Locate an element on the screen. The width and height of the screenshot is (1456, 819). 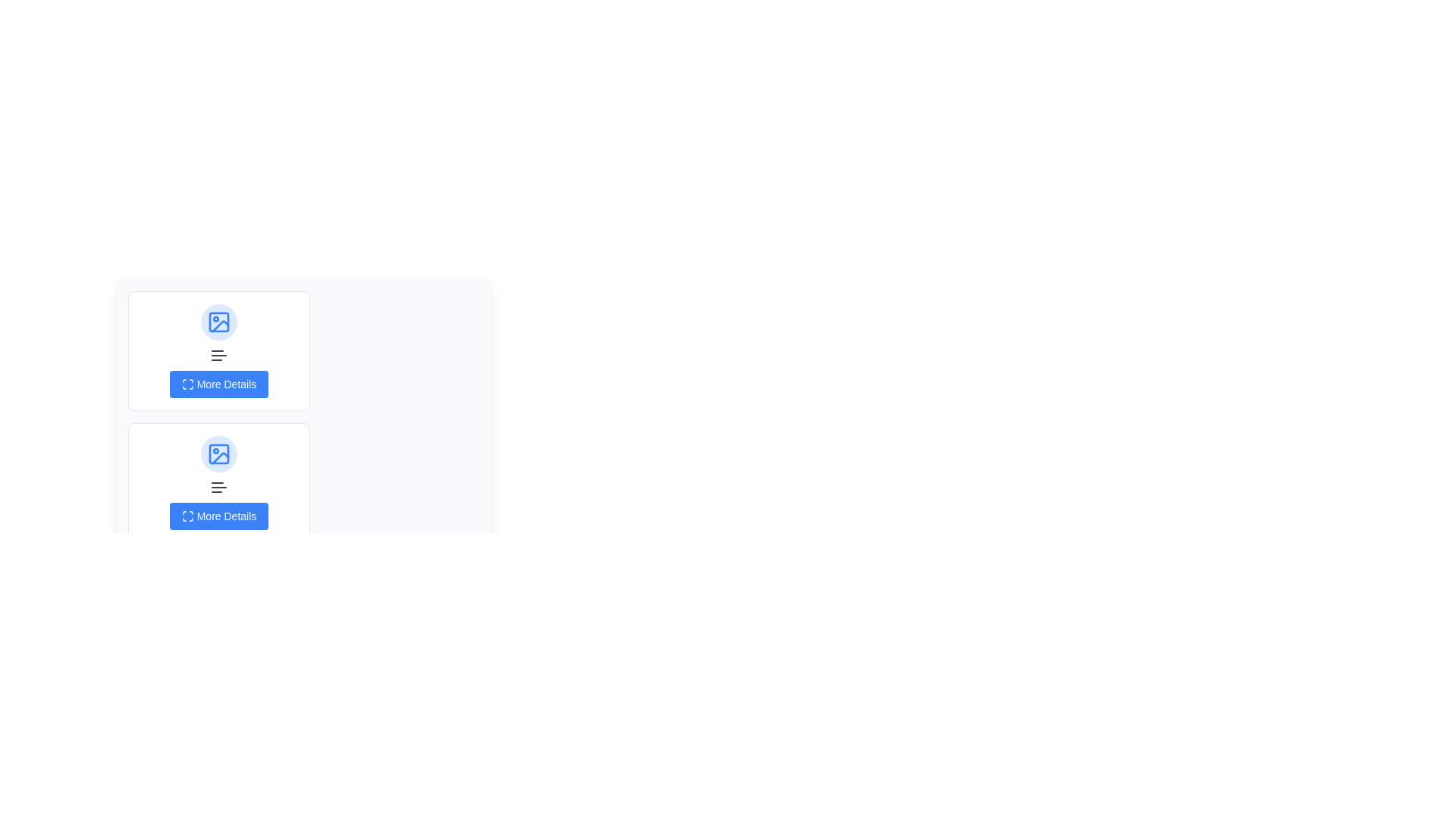
the blue rectangular button labeled 'More Details' with a maximize icon is located at coordinates (218, 516).